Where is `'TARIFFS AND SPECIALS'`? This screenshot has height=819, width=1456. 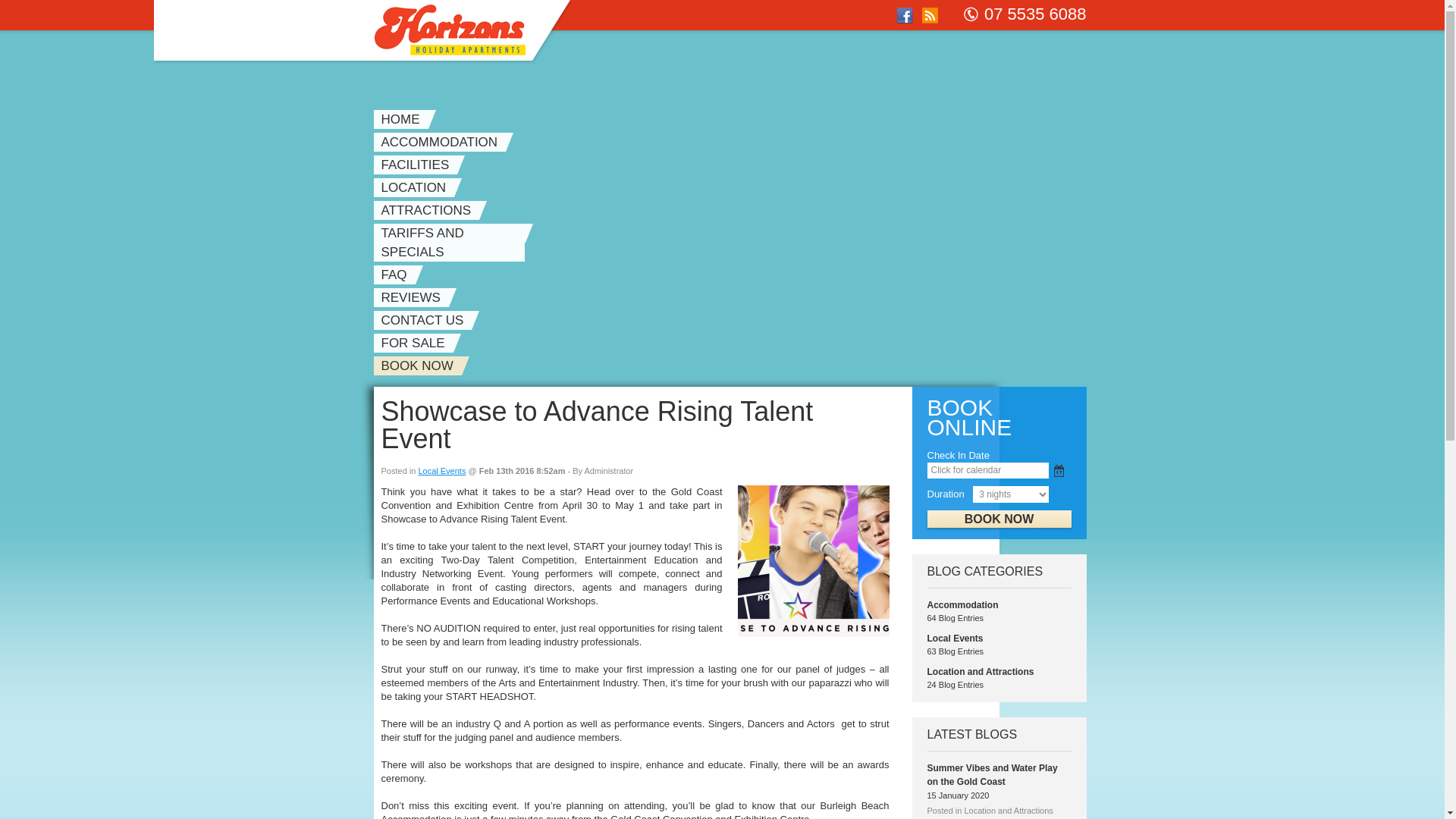
'TARIFFS AND SPECIALS' is located at coordinates (451, 242).